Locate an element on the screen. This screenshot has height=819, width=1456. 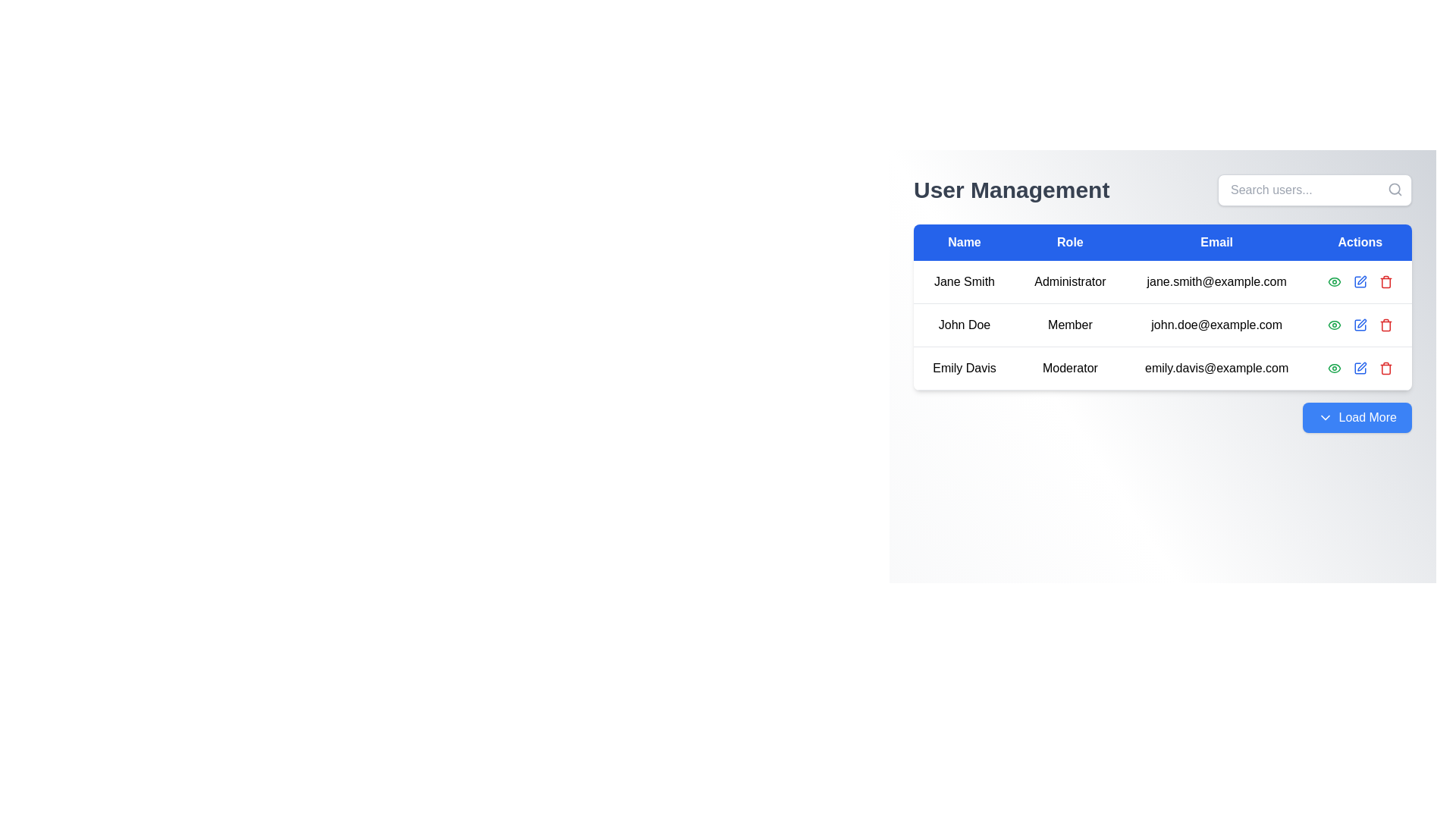
the table cell displaying 'Member' in the Role column for user 'John Doe' is located at coordinates (1069, 324).